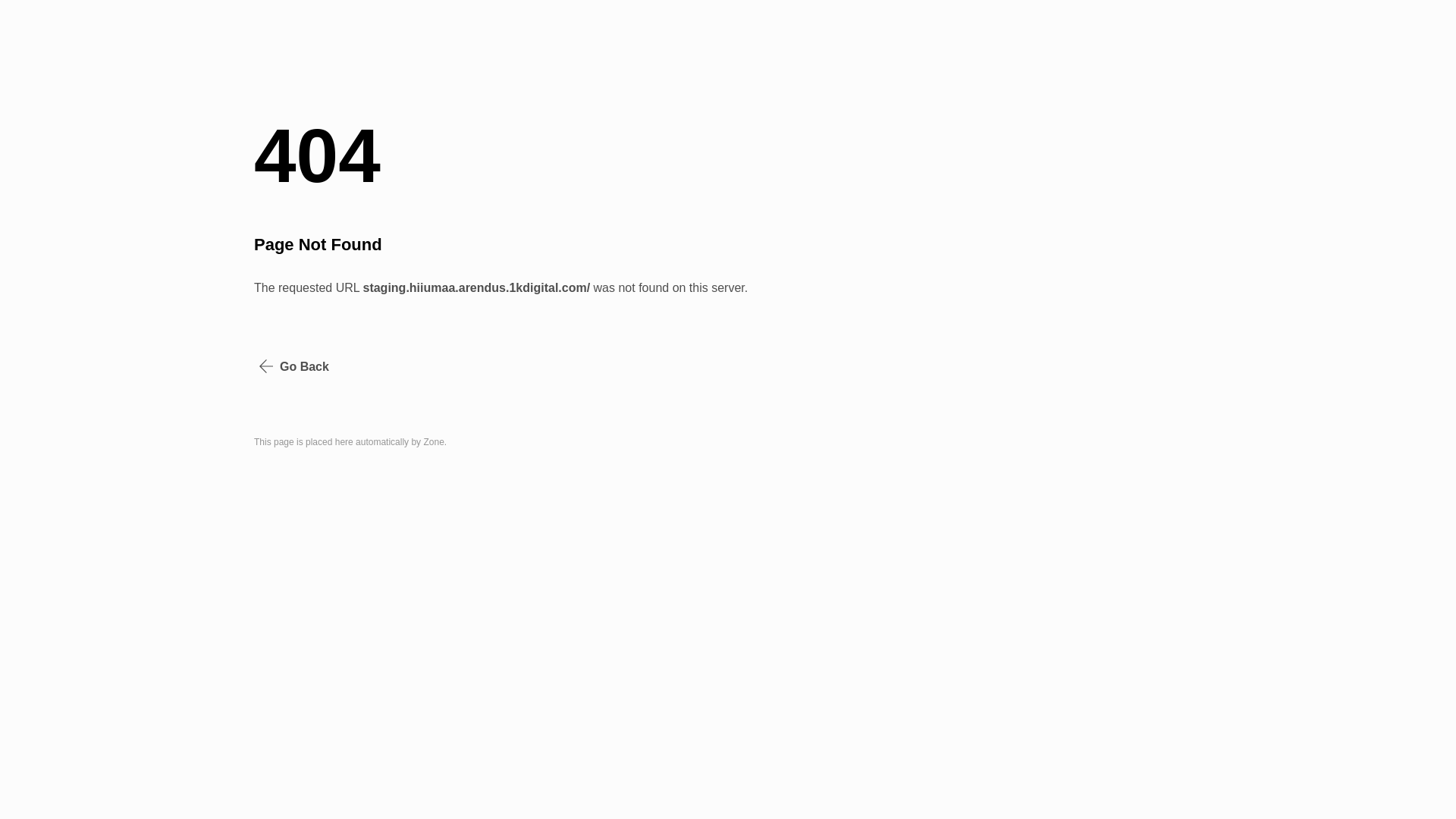  I want to click on 'Go Back', so click(293, 366).